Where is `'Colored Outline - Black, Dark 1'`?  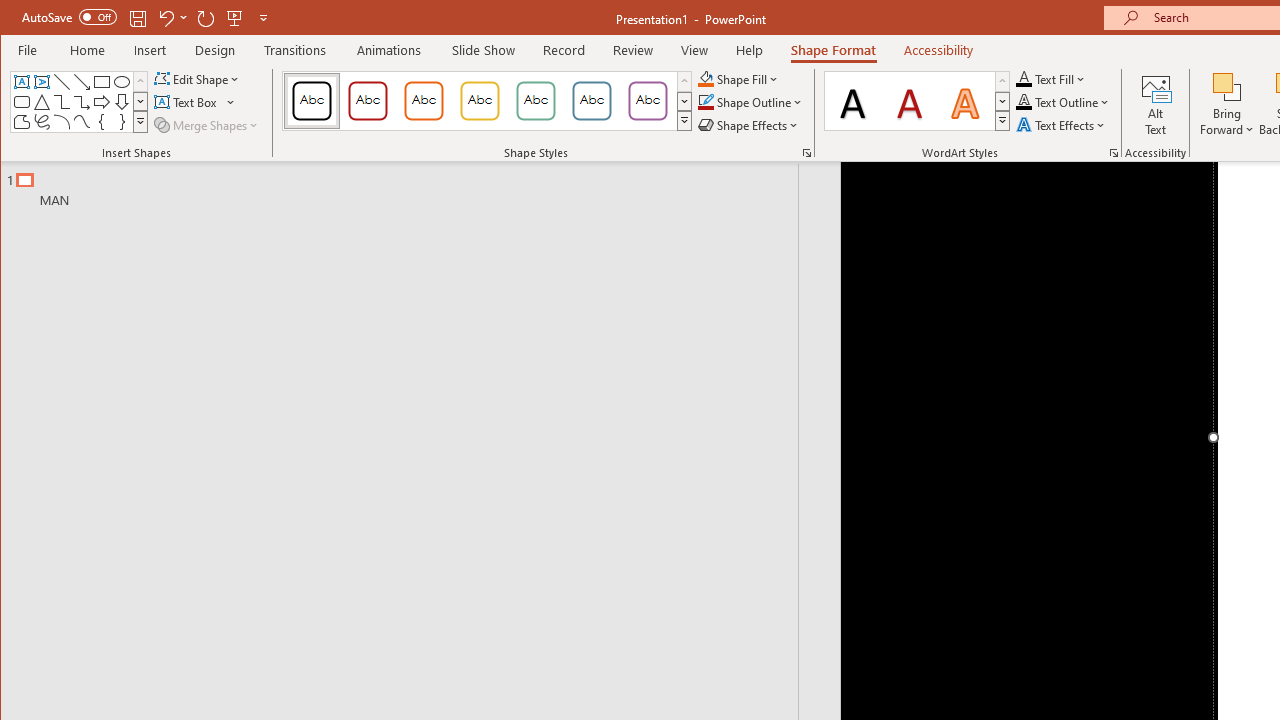 'Colored Outline - Black, Dark 1' is located at coordinates (311, 100).